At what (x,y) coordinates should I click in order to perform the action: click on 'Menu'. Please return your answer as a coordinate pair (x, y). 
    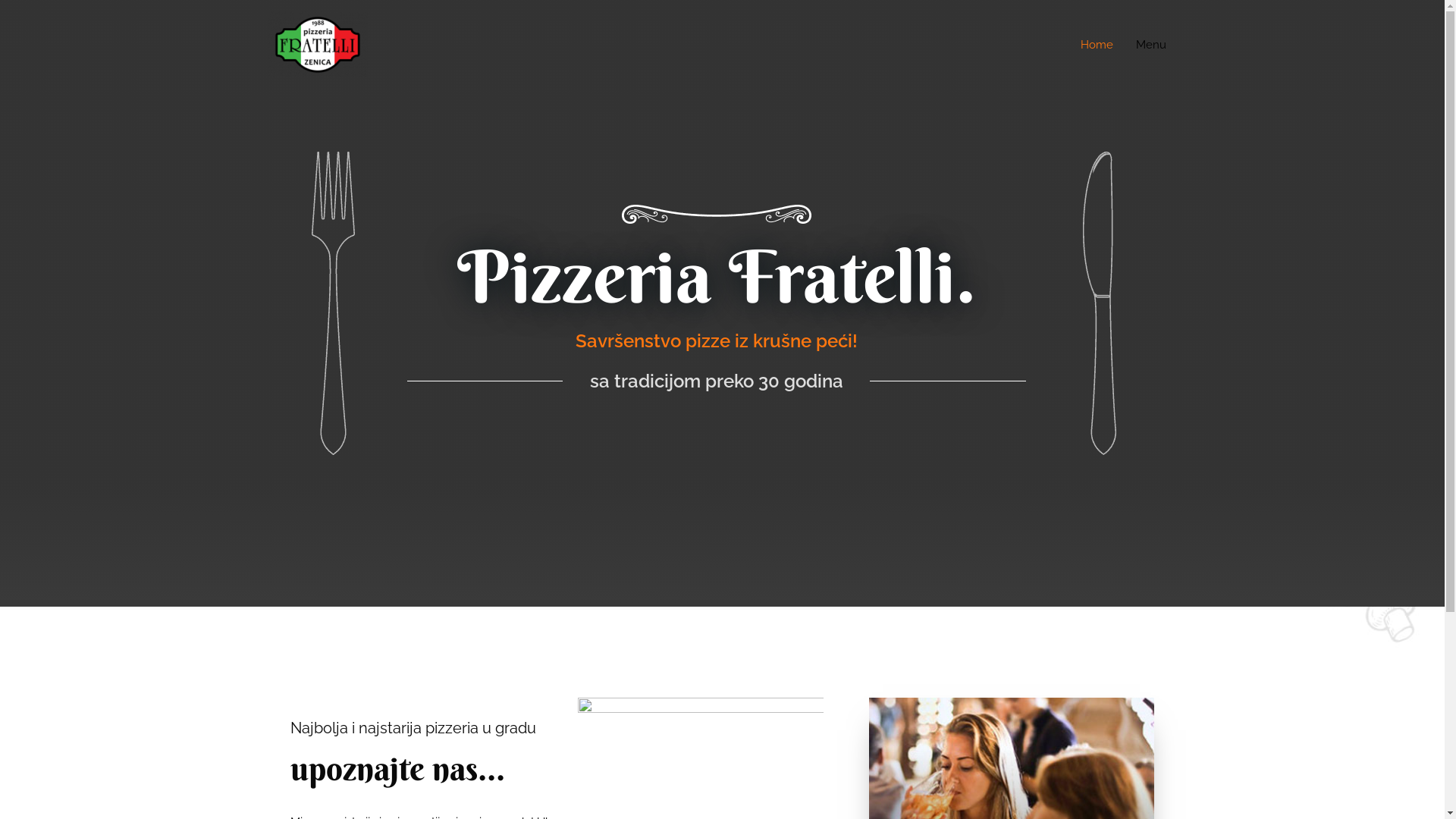
    Looking at the image, I should click on (1124, 43).